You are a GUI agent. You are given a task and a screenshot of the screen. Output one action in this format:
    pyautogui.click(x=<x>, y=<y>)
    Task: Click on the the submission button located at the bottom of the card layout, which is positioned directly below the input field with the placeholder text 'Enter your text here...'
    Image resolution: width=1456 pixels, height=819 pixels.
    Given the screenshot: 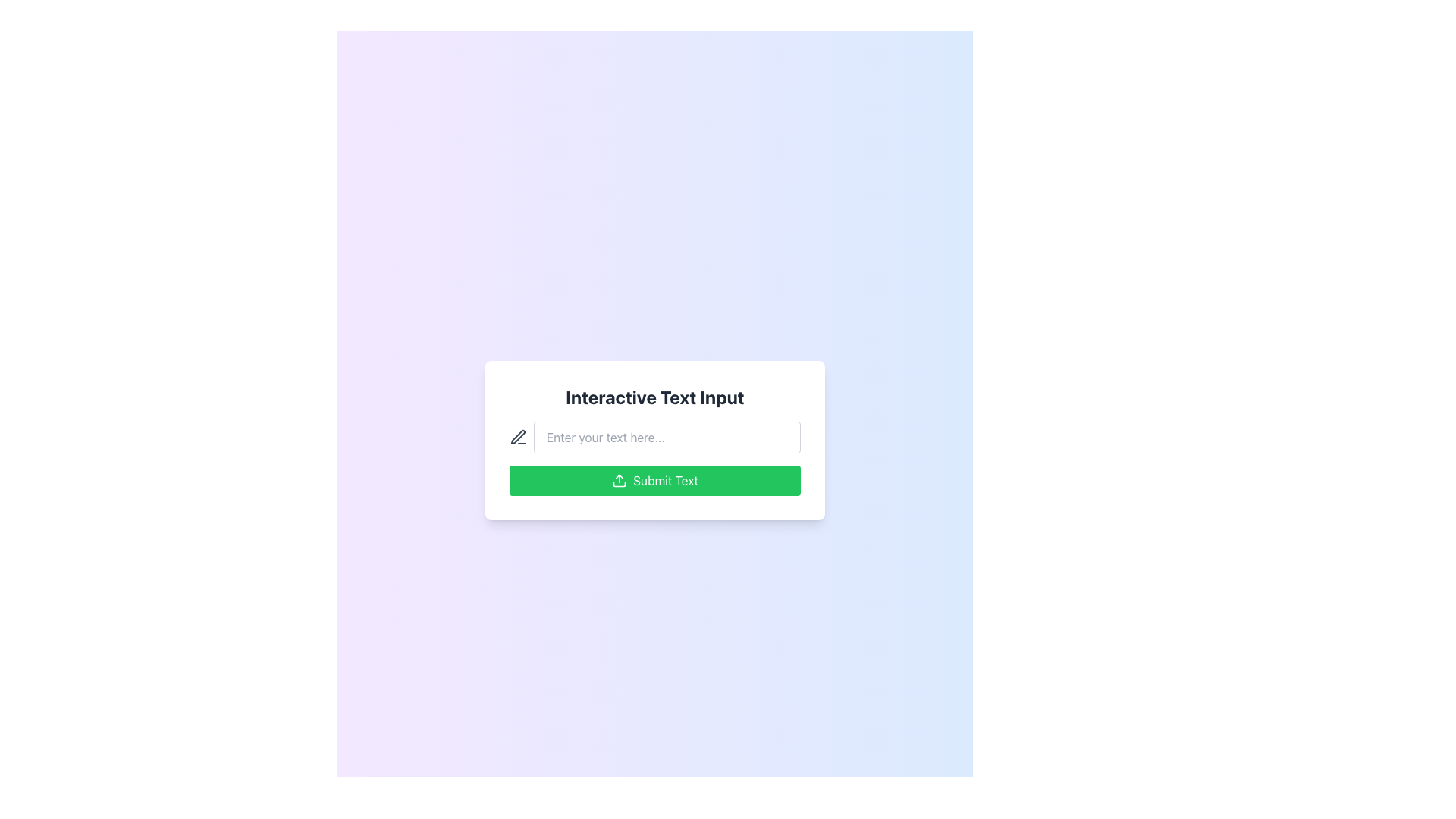 What is the action you would take?
    pyautogui.click(x=655, y=480)
    